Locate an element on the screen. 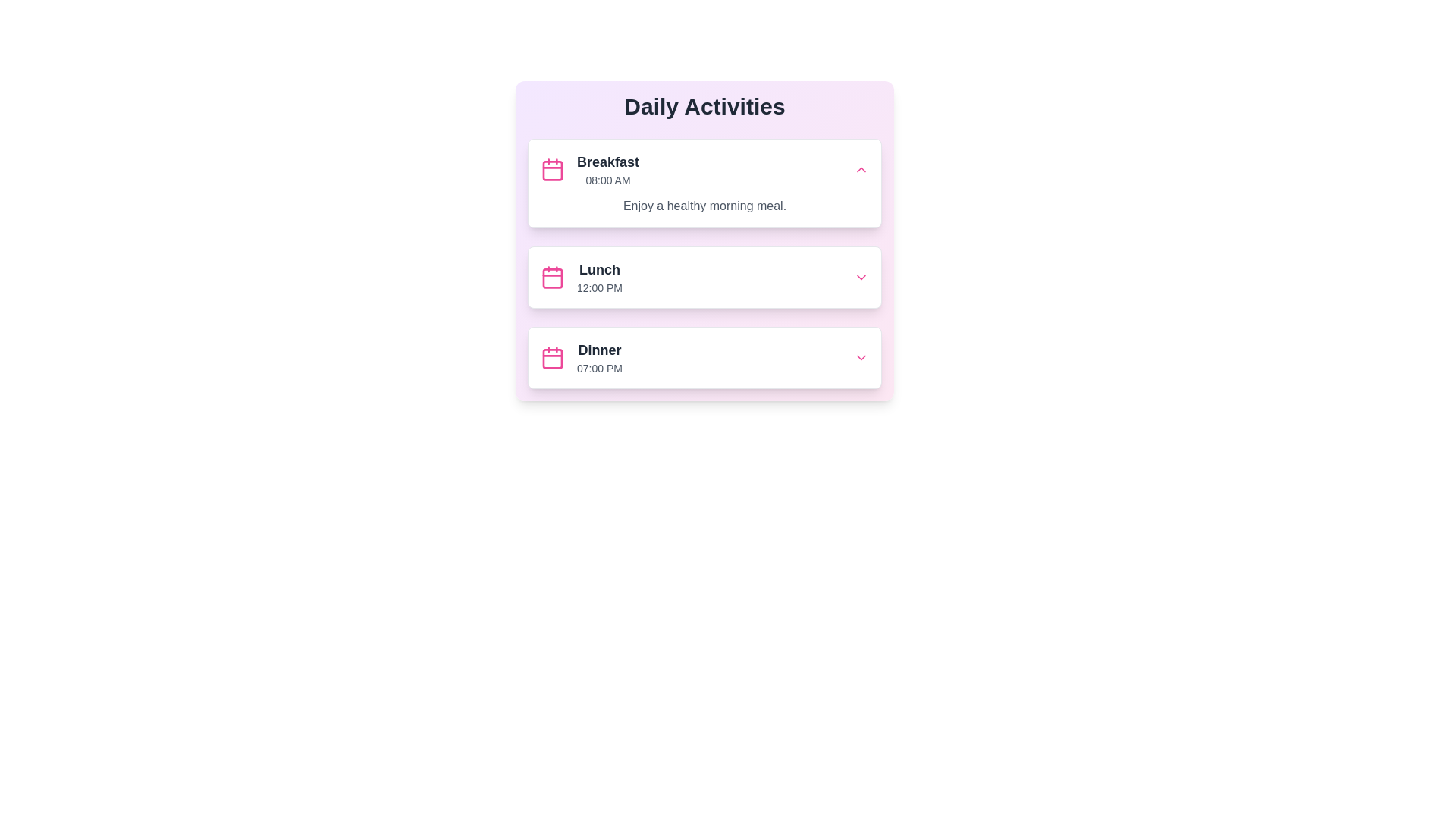  text content from the text block located in the bottom card of the 'Daily Activities' section, centrally positioned in the white area, aligned to the left, and to the right of a pink calendar icon is located at coordinates (599, 357).